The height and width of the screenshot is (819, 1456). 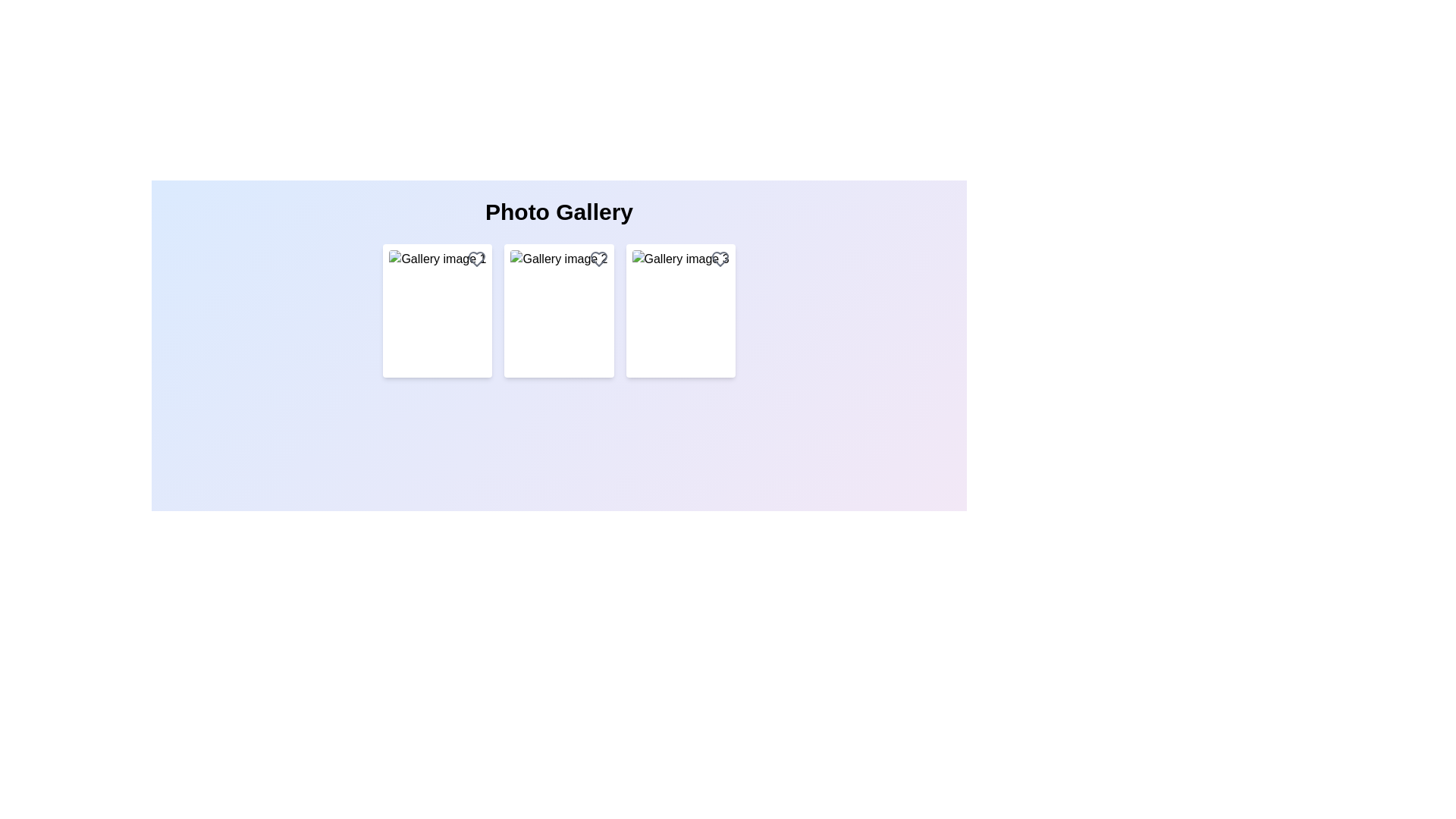 What do you see at coordinates (719, 259) in the screenshot?
I see `the heart-shaped icon in the top-right corner of the 'Gallery image3' card to indicate a 'favorite' or 'like' action` at bounding box center [719, 259].